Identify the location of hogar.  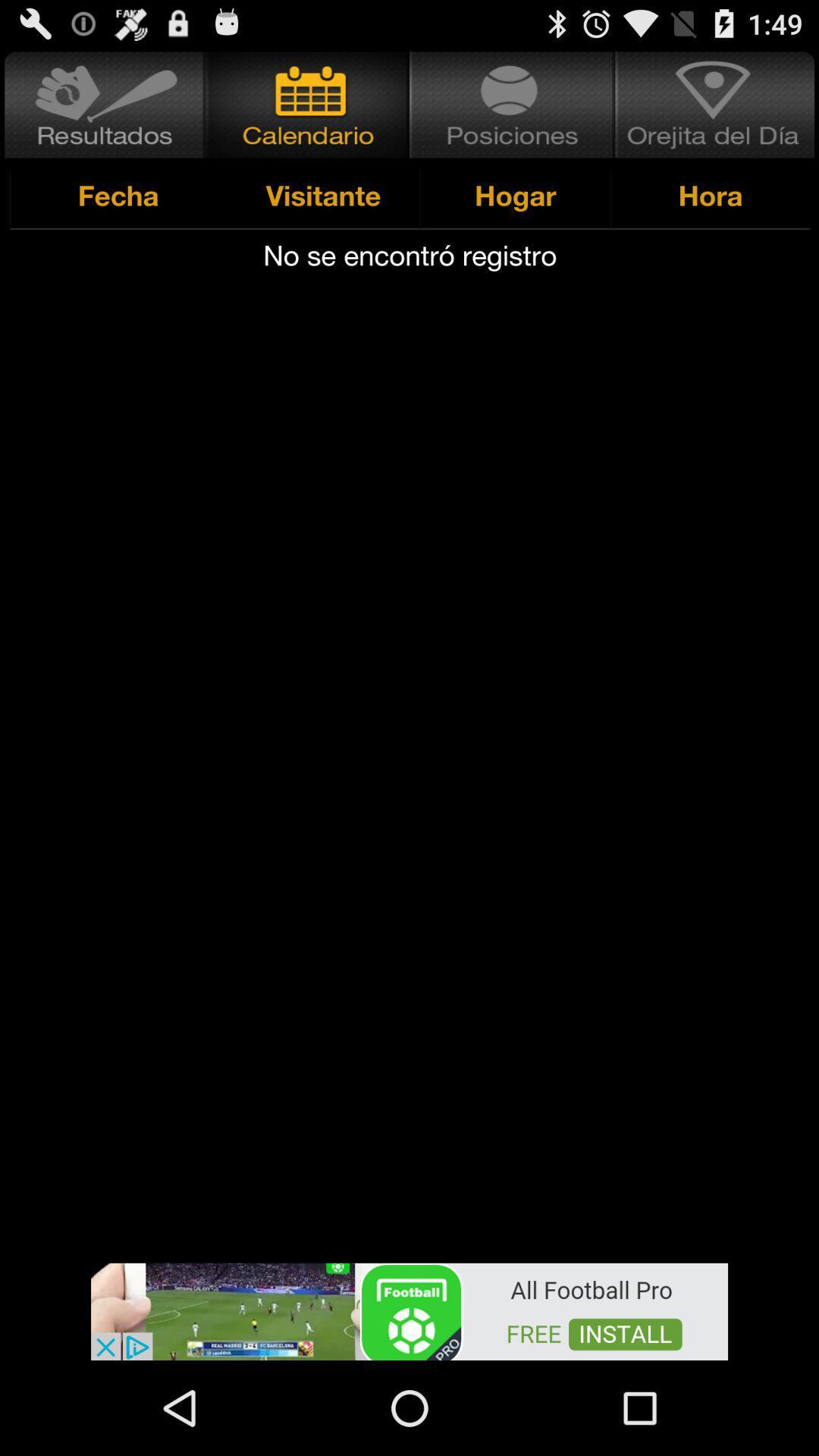
(512, 104).